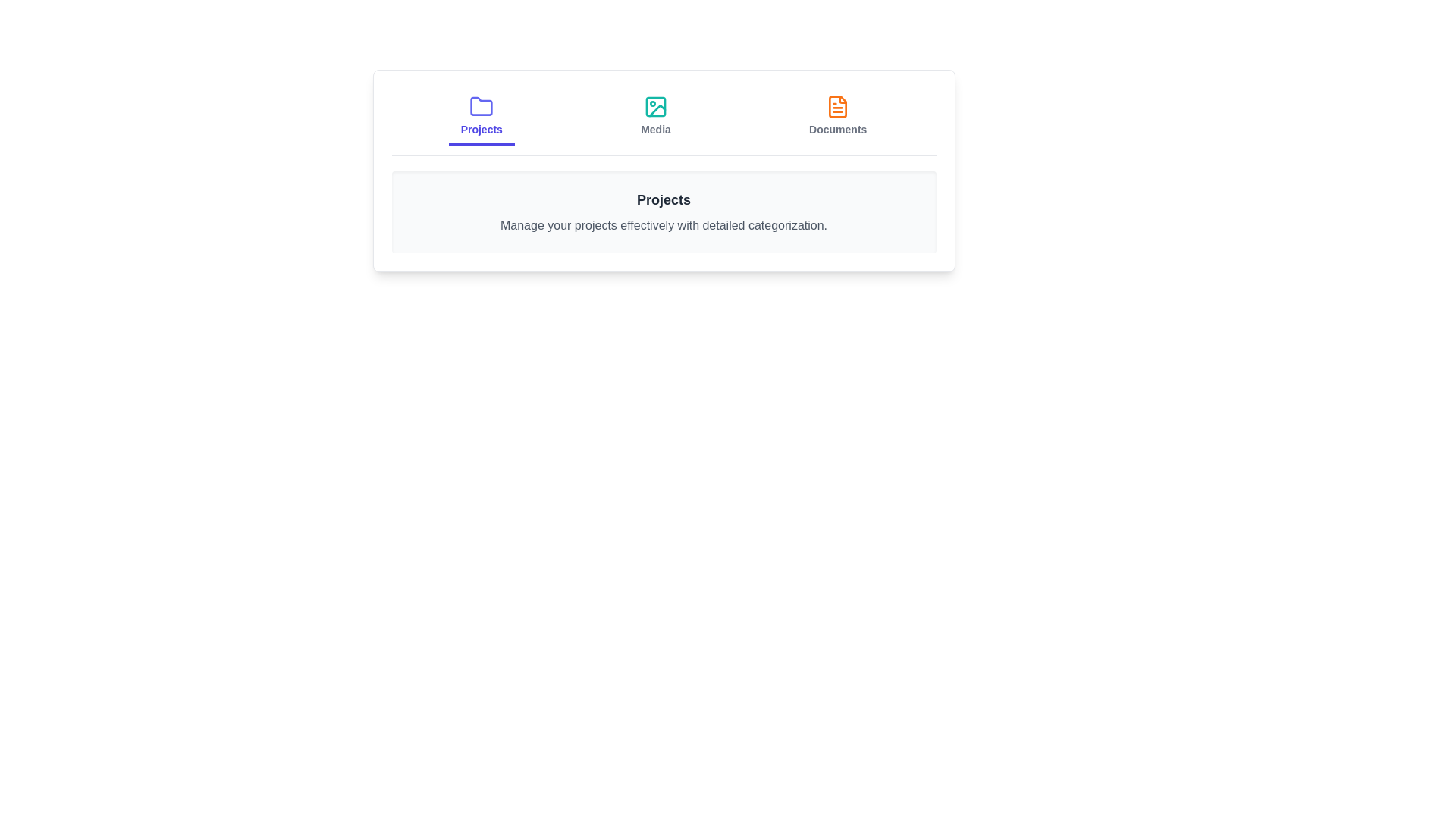 The width and height of the screenshot is (1456, 819). I want to click on the Projects tab to observe its content, so click(481, 116).